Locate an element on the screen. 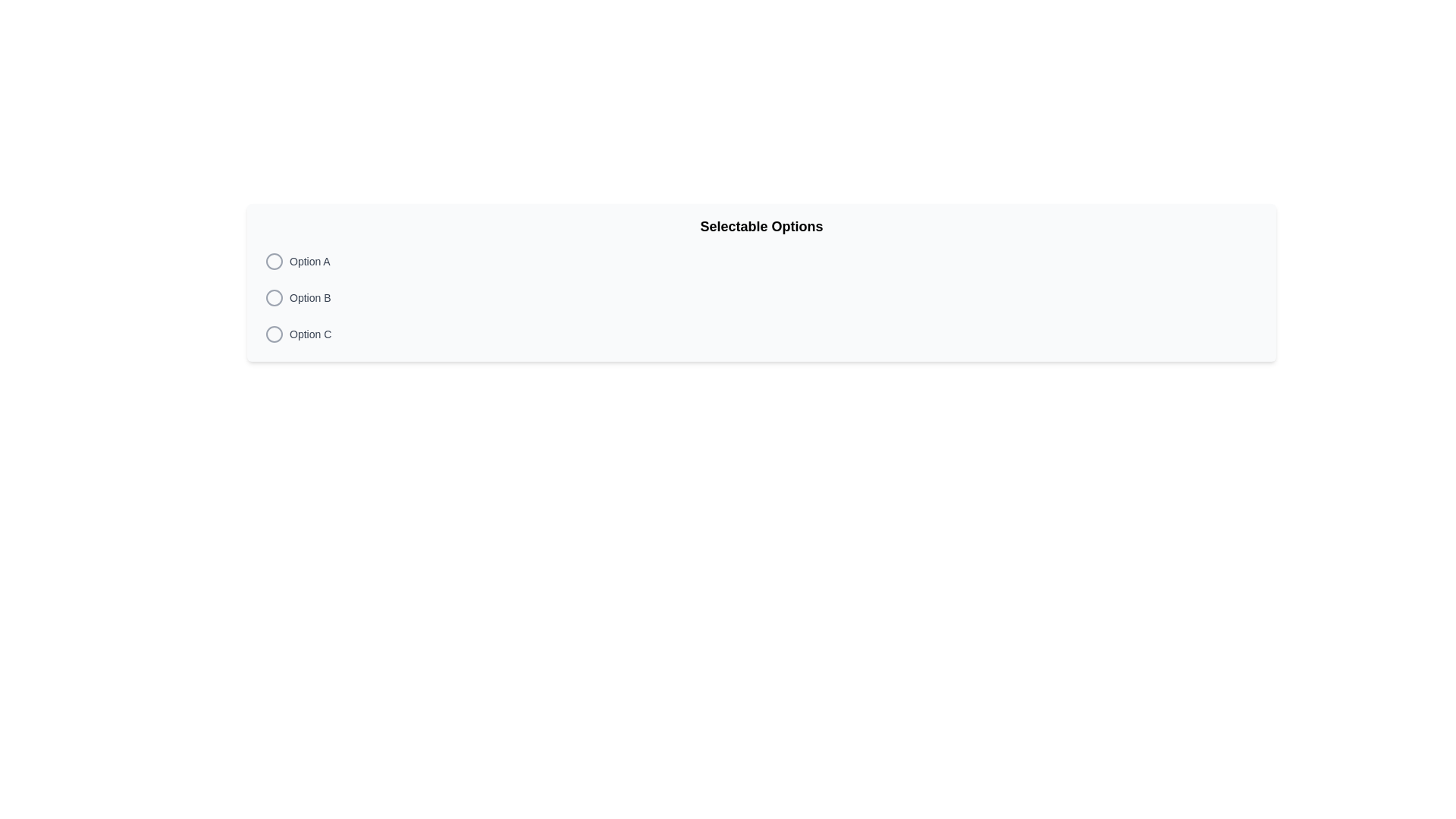 This screenshot has height=819, width=1456. the filled circular radio button indicator located within the third selectable option labeled 'Option C', which has a central dark dot and a lighter circular background is located at coordinates (274, 333).